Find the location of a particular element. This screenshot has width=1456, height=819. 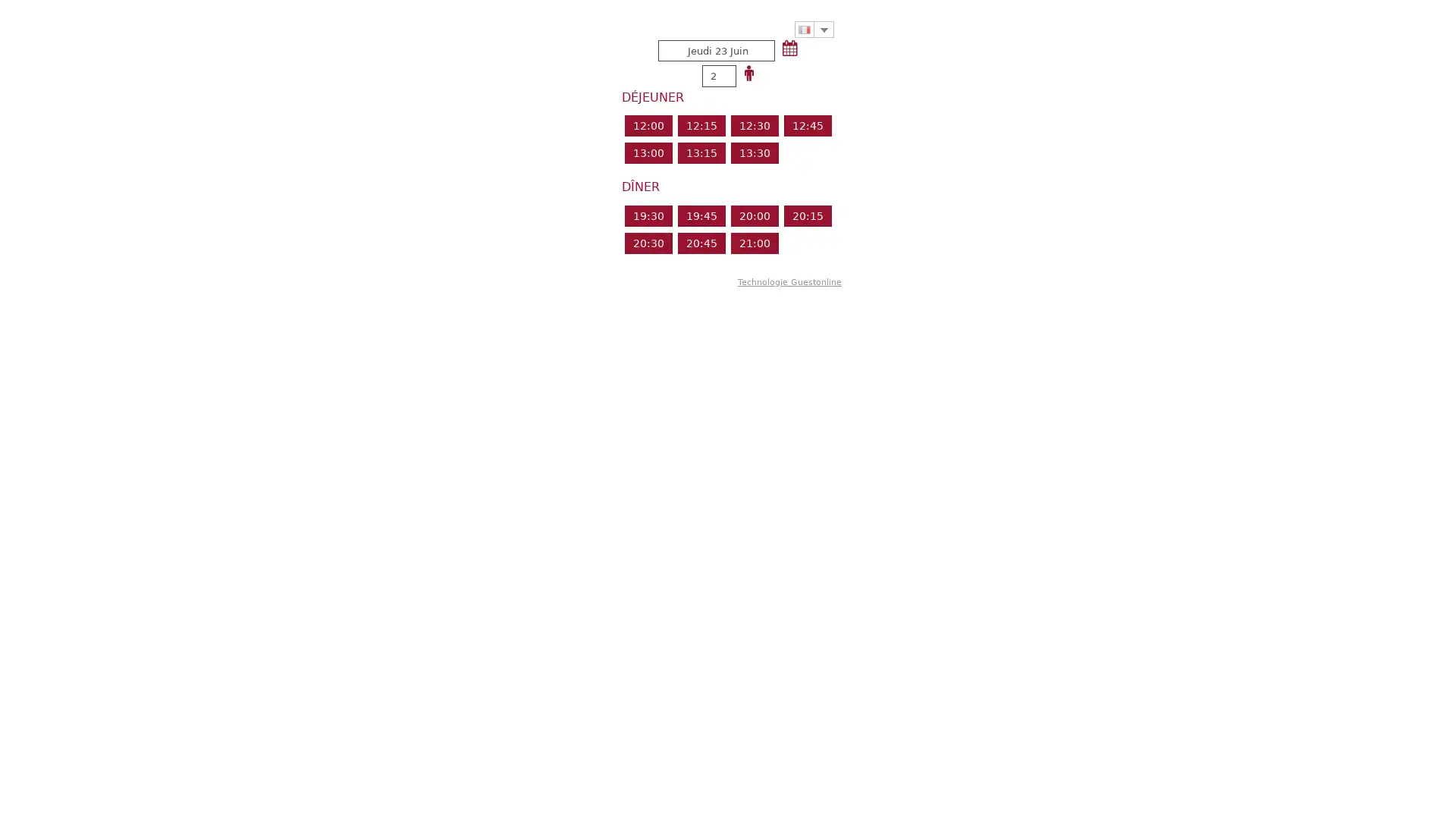

19:30 is located at coordinates (648, 215).